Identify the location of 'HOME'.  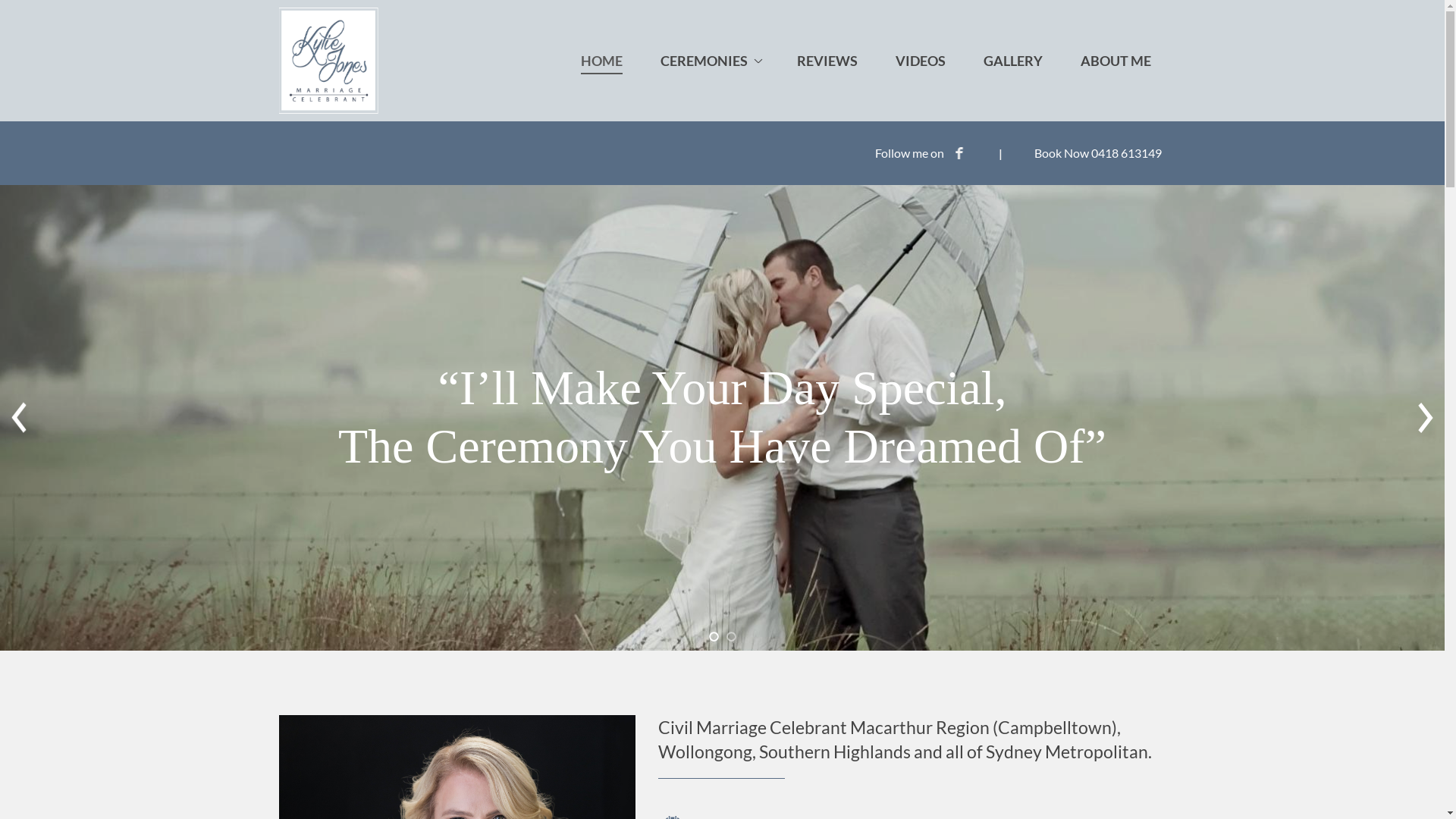
(601, 60).